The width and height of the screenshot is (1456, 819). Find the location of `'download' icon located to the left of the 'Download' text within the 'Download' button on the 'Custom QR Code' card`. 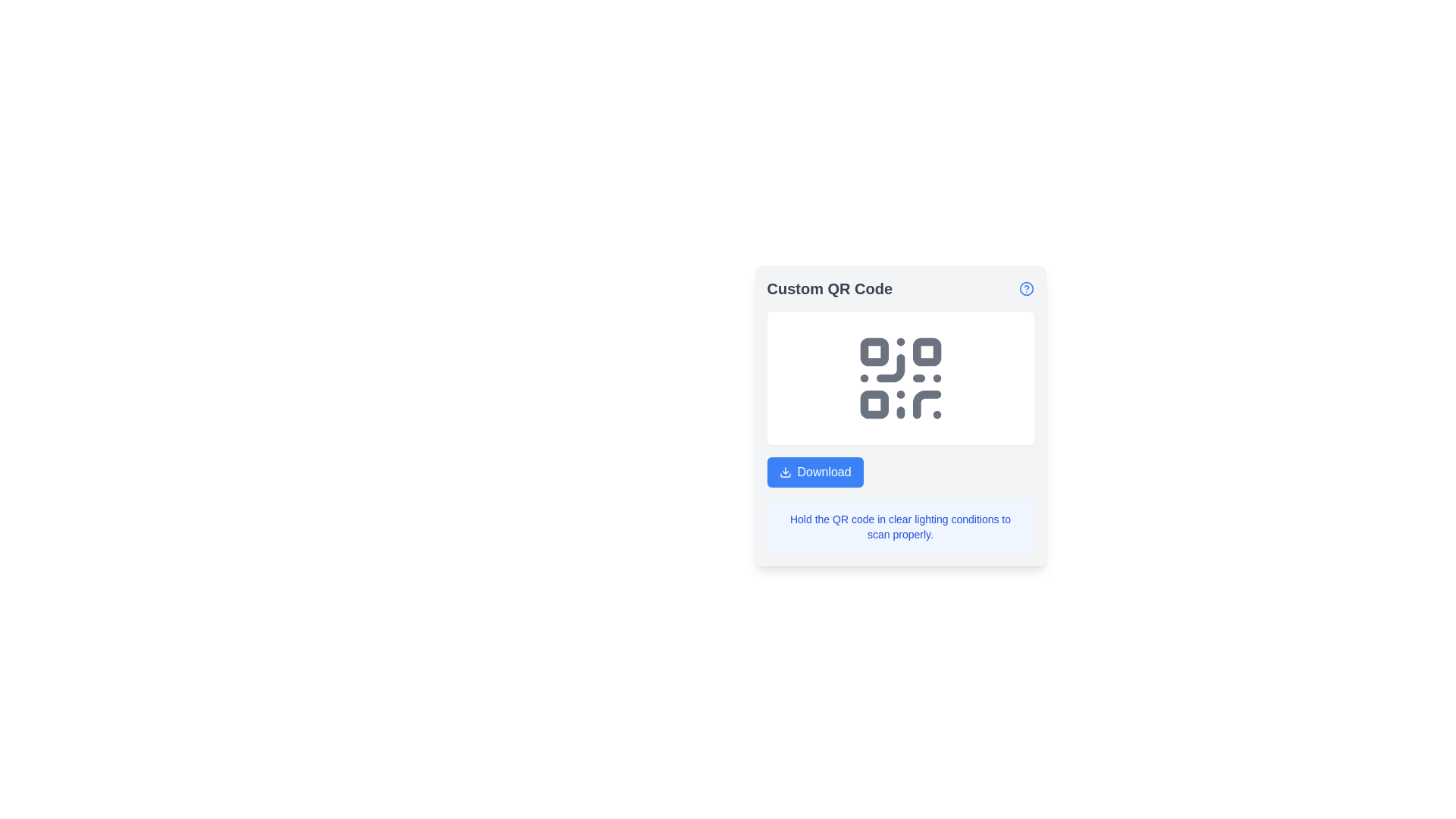

'download' icon located to the left of the 'Download' text within the 'Download' button on the 'Custom QR Code' card is located at coordinates (785, 472).